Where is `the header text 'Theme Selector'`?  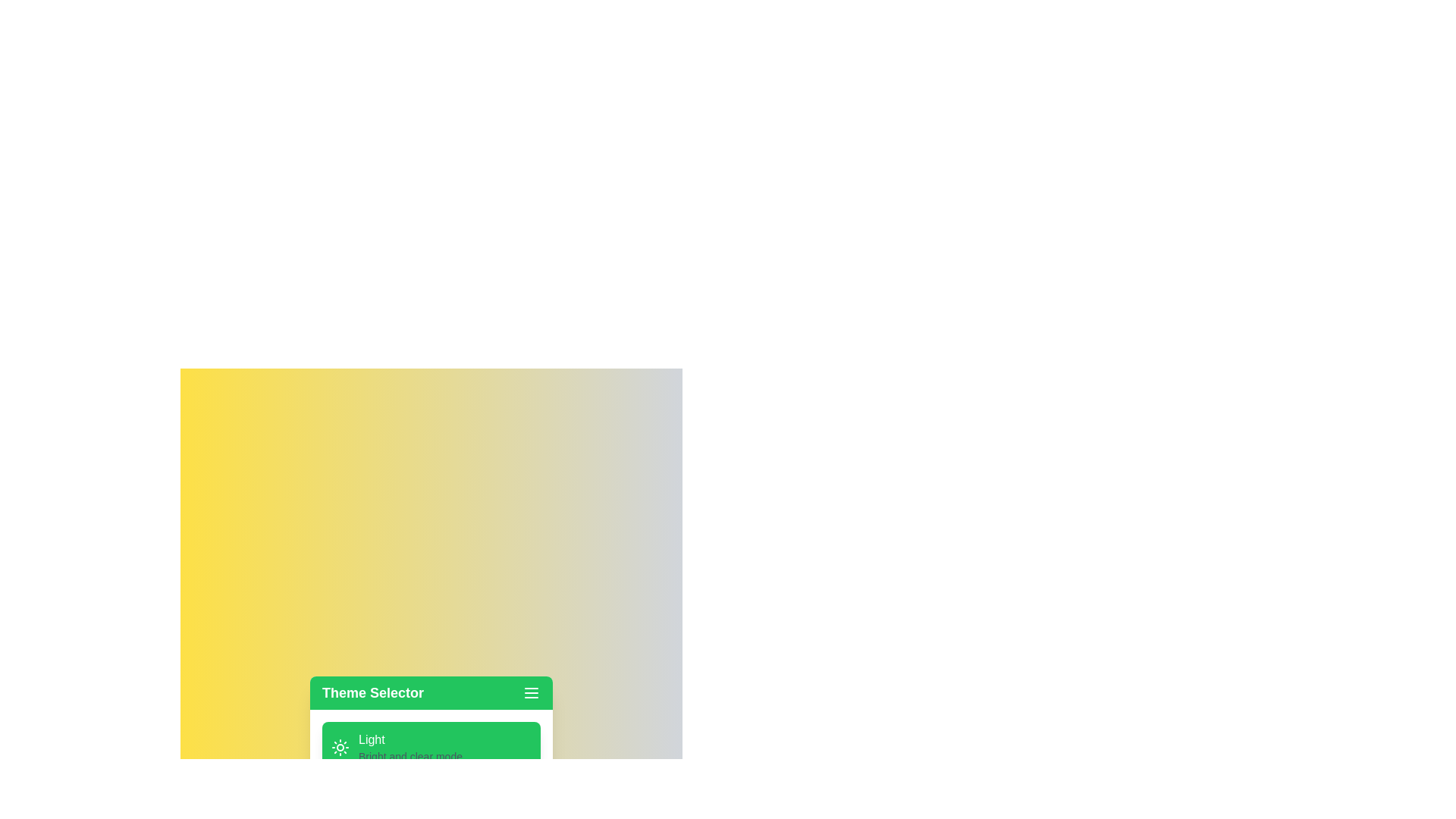 the header text 'Theme Selector' is located at coordinates (372, 693).